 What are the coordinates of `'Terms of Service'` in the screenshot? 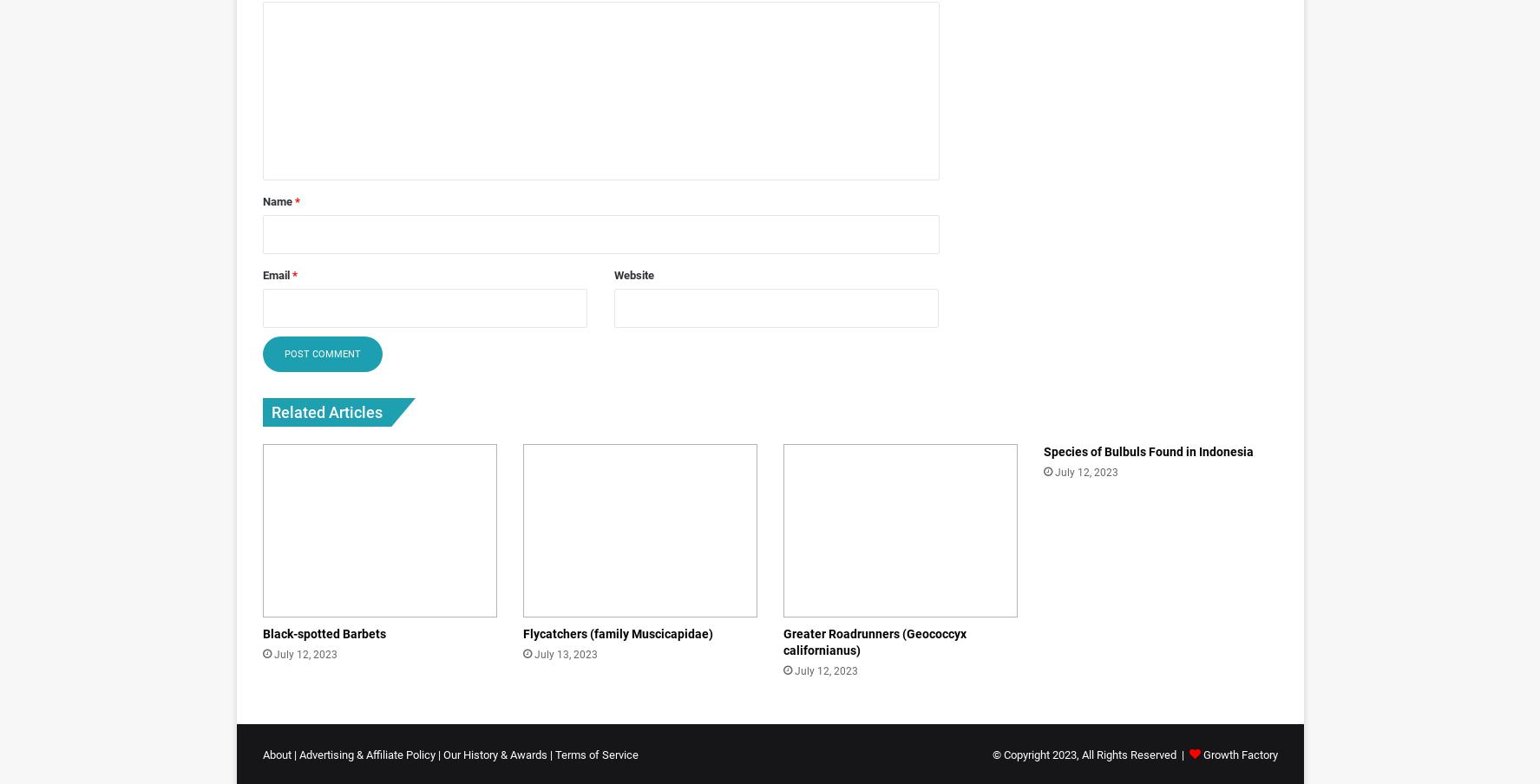 It's located at (594, 755).